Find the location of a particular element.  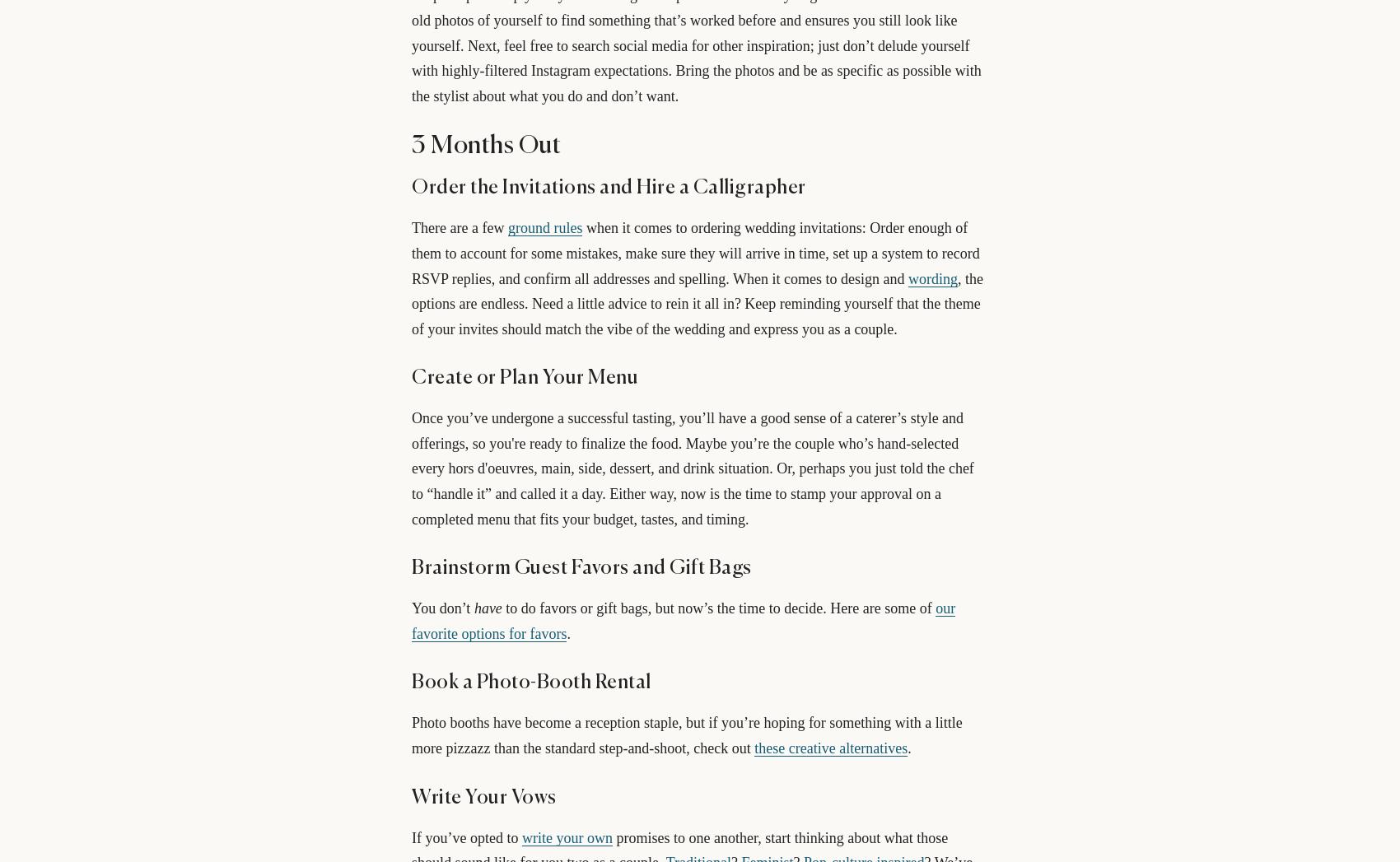

'Book a Photo-Booth Rental' is located at coordinates (530, 683).